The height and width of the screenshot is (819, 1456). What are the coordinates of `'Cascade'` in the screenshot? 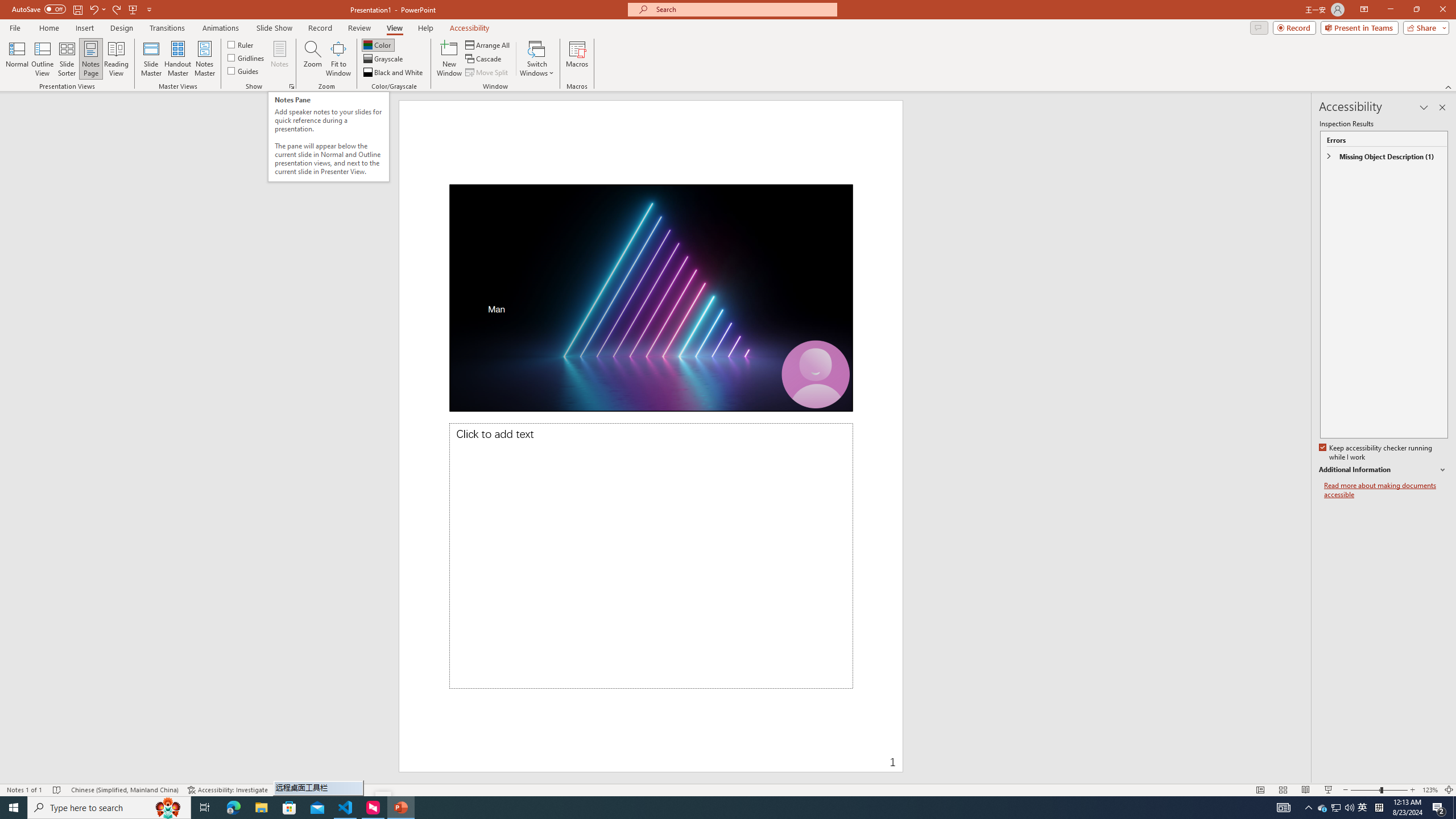 It's located at (484, 59).